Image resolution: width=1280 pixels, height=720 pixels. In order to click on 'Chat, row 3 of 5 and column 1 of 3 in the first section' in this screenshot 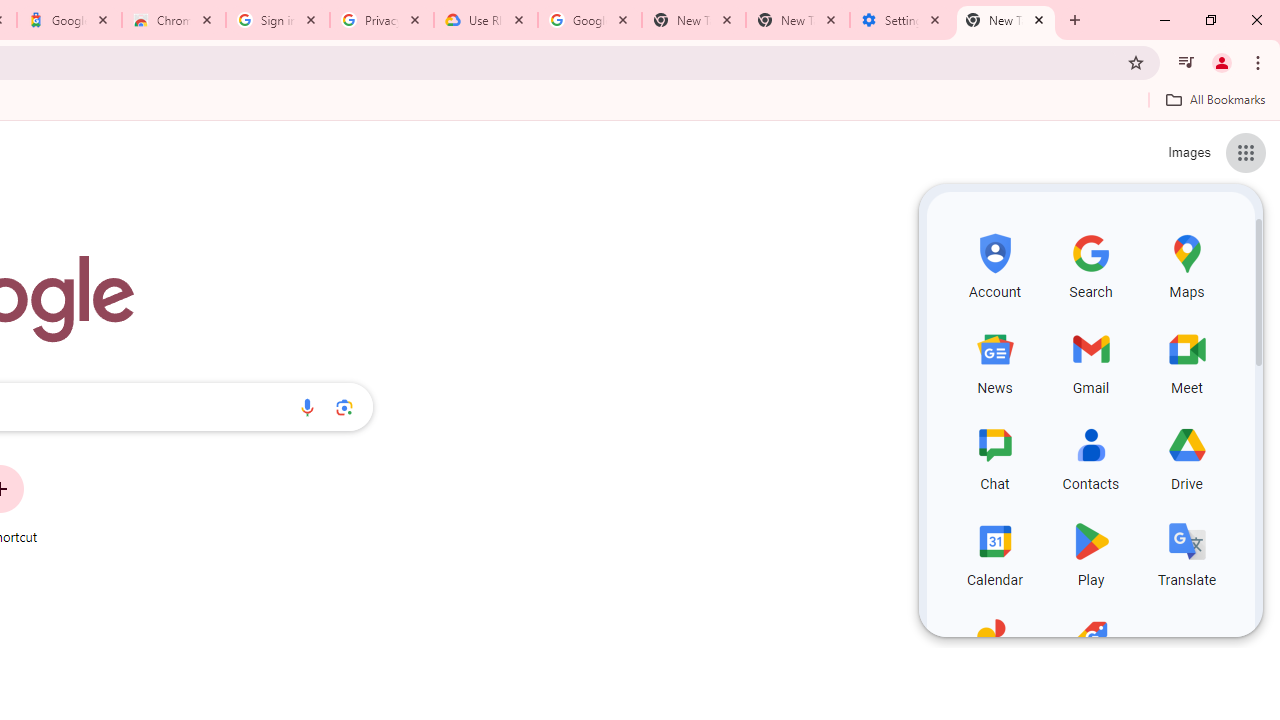, I will do `click(995, 456)`.